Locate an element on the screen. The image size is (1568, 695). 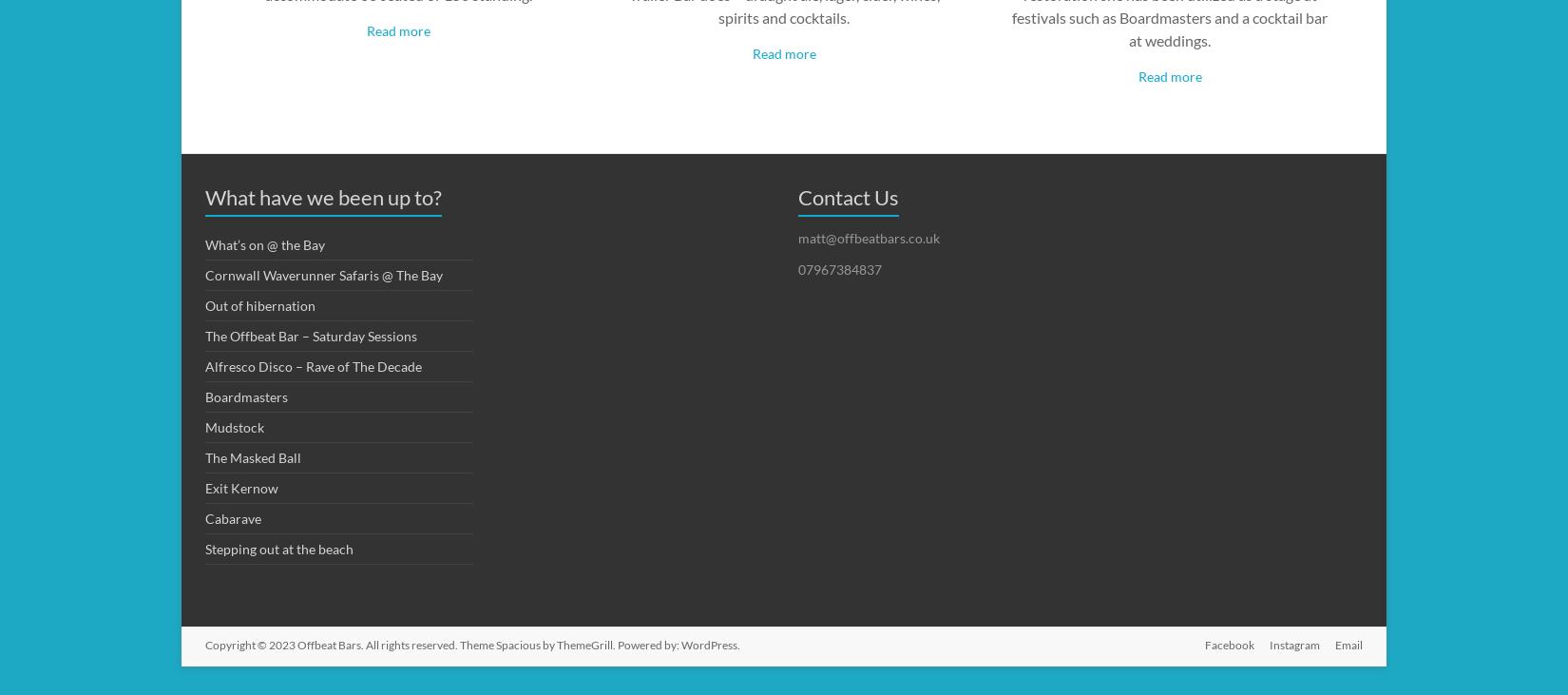
'Boardmasters' is located at coordinates (246, 396).